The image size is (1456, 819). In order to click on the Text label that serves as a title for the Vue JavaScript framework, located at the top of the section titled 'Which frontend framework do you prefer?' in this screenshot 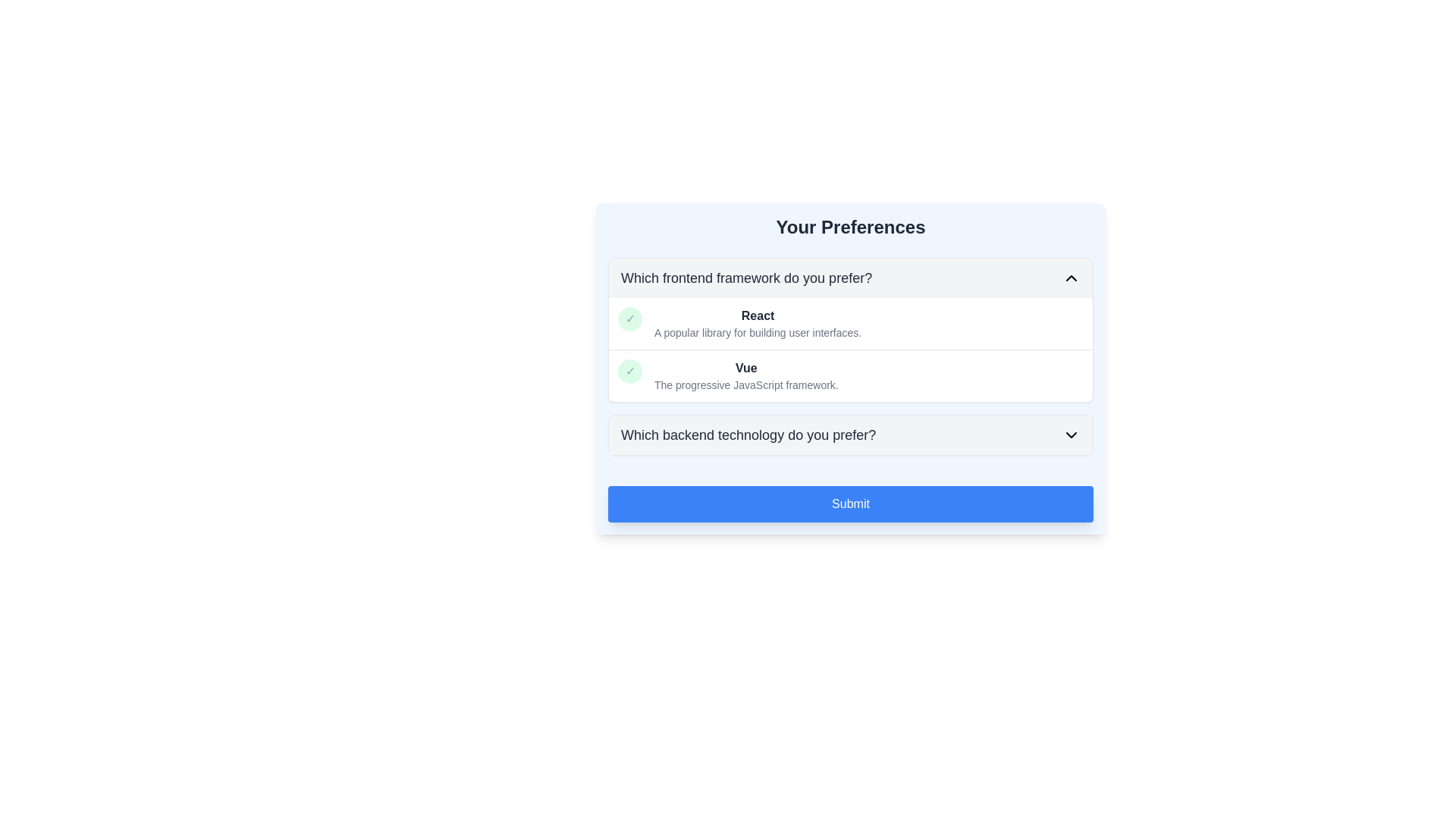, I will do `click(746, 369)`.